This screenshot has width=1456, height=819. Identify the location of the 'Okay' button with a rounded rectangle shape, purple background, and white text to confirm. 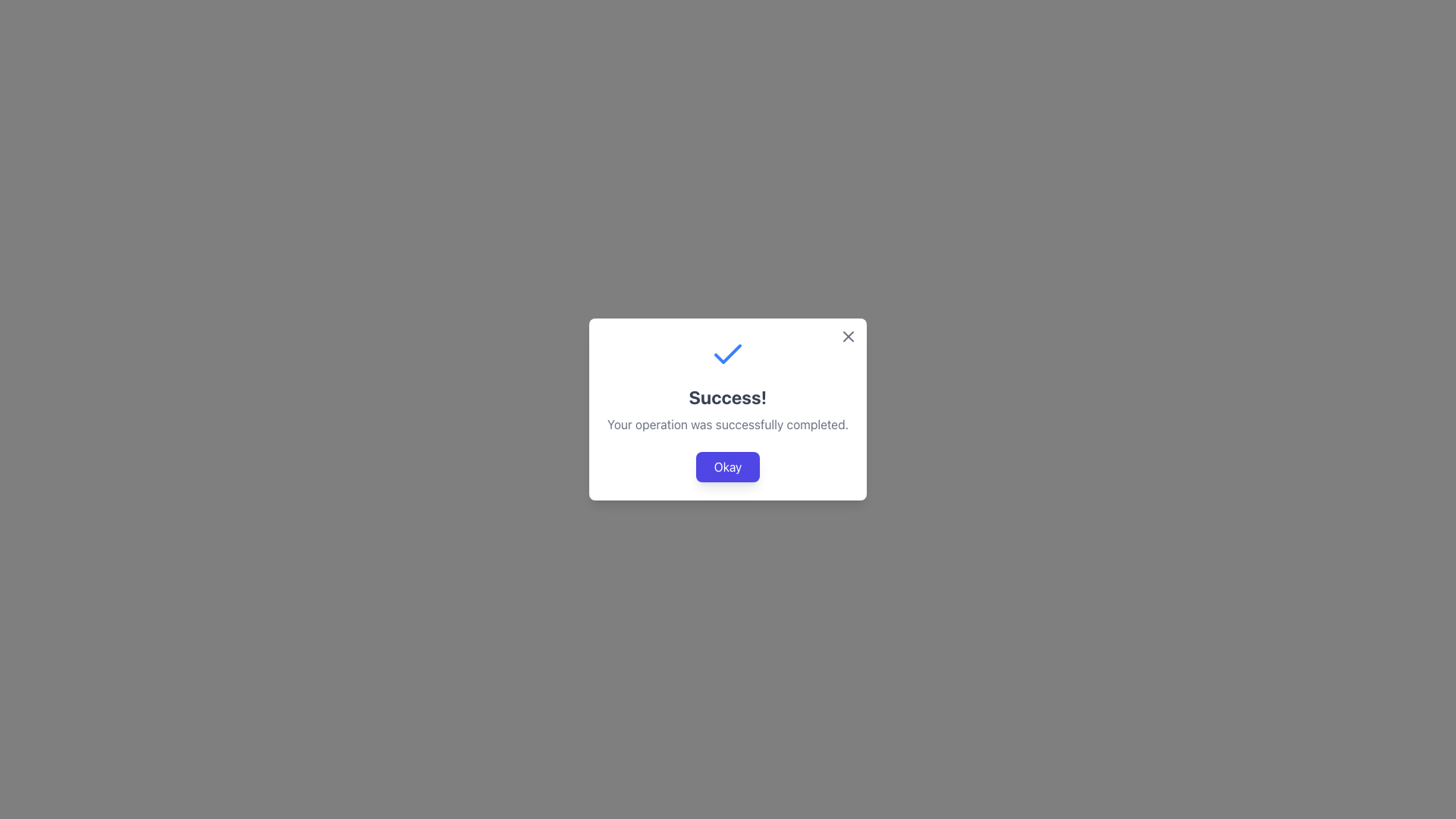
(728, 466).